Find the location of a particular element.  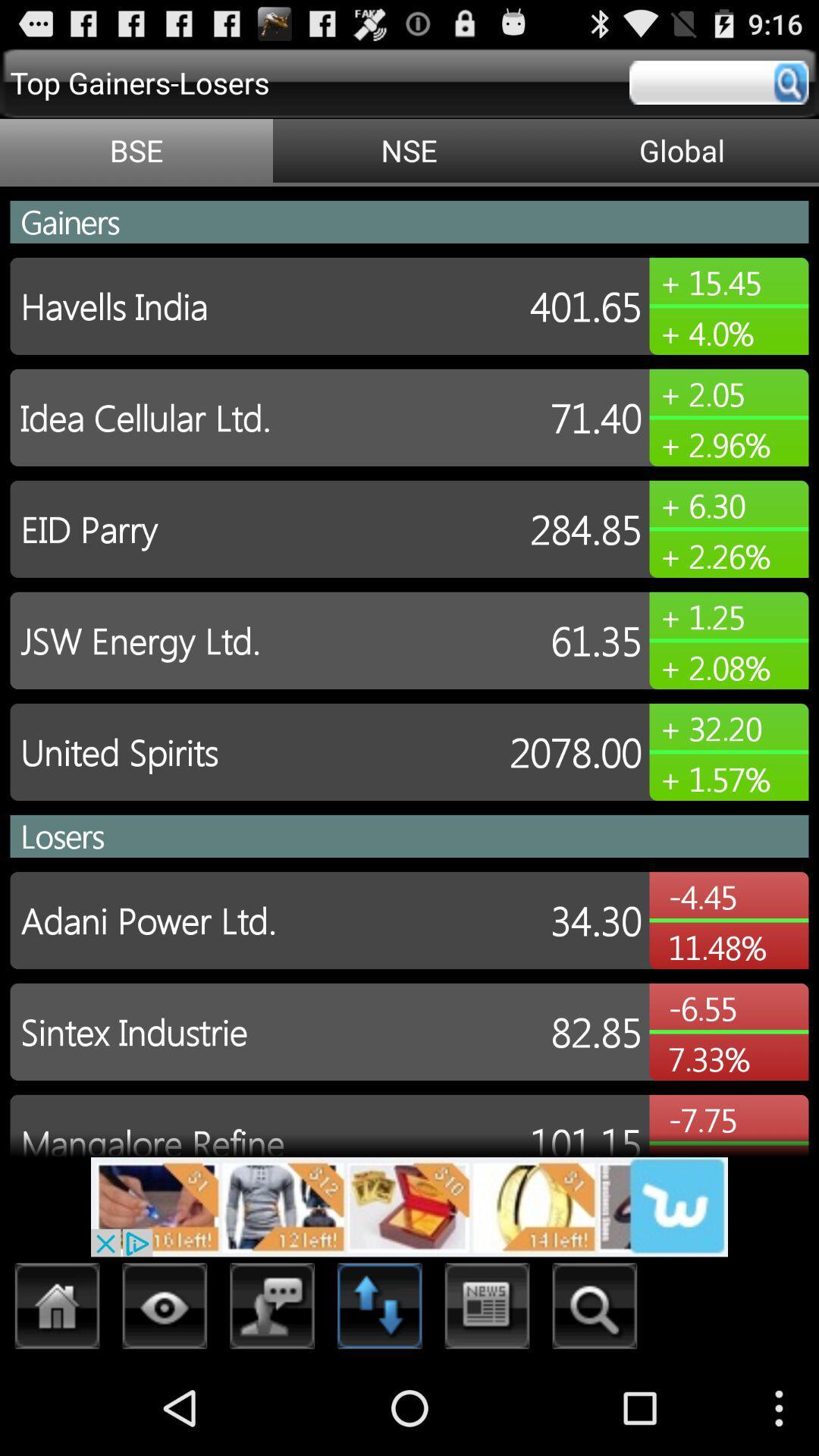

advertisement is located at coordinates (409, 1206).